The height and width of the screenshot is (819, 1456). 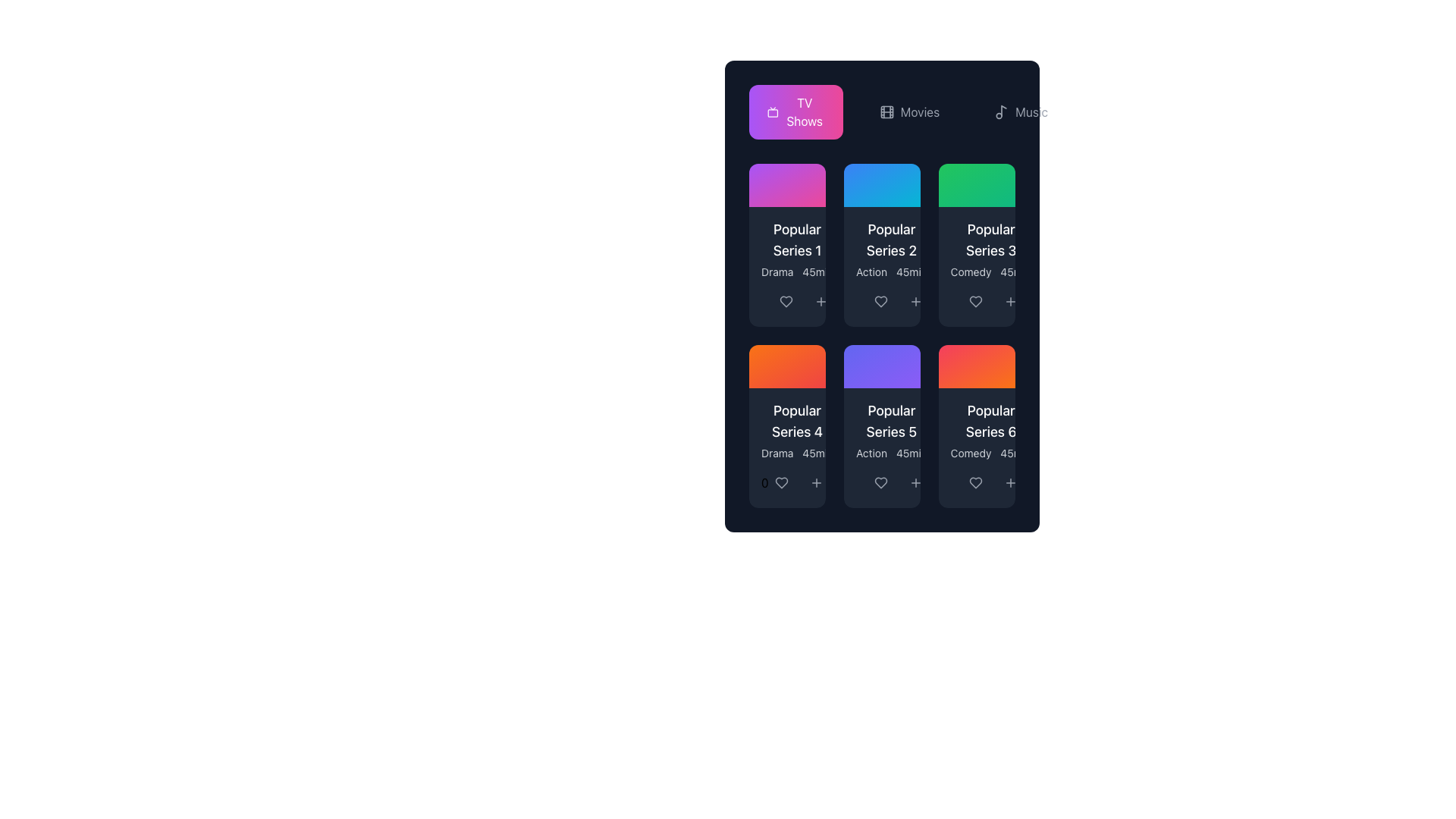 What do you see at coordinates (975, 482) in the screenshot?
I see `the heart-shaped icon in the bottom-right corner of the 'Popular Series 6' card` at bounding box center [975, 482].